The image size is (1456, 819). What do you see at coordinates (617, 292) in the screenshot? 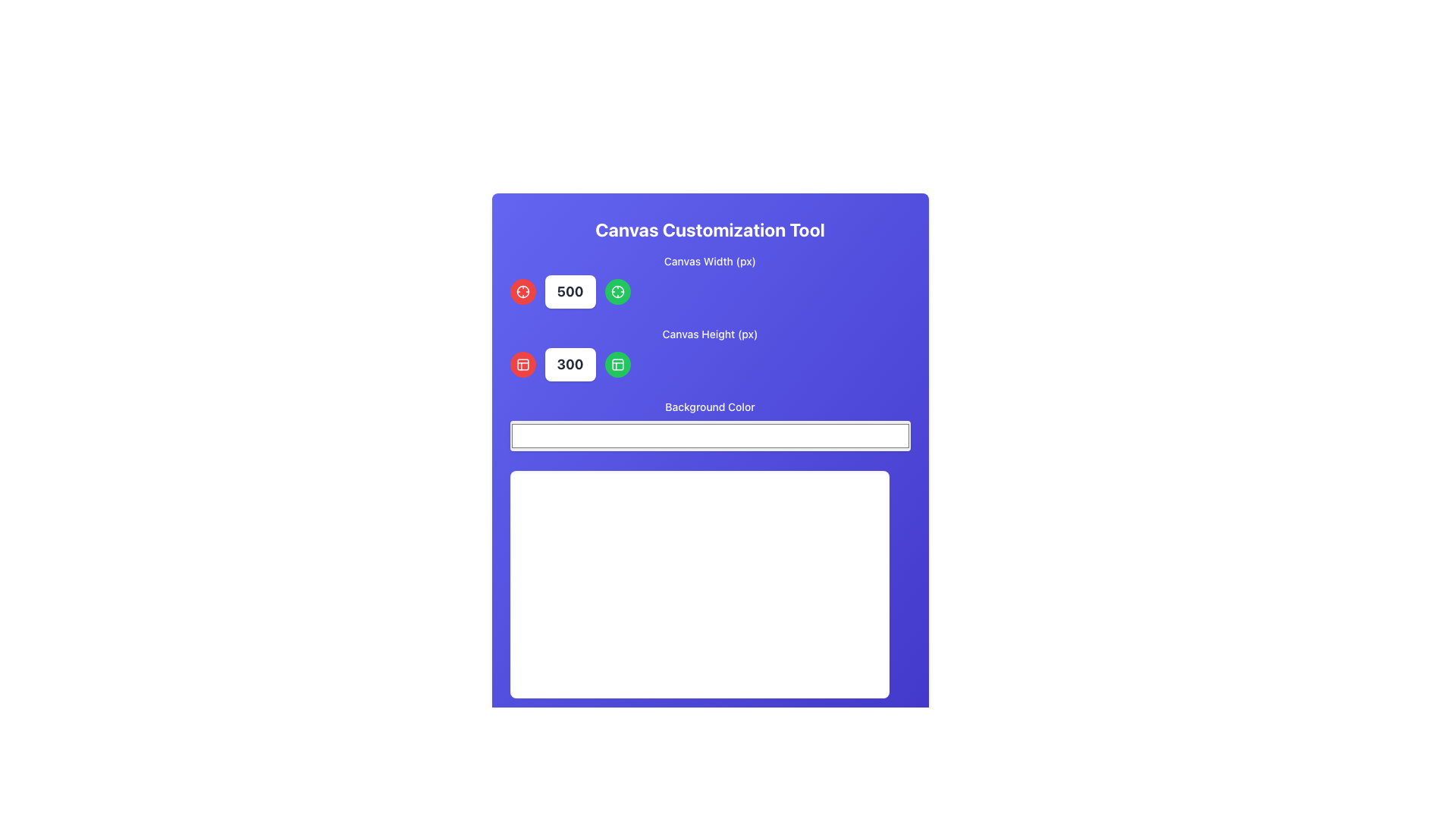
I see `the button located immediately to the right of the input box displaying '500' in the 'Canvas Width (px)' section` at bounding box center [617, 292].